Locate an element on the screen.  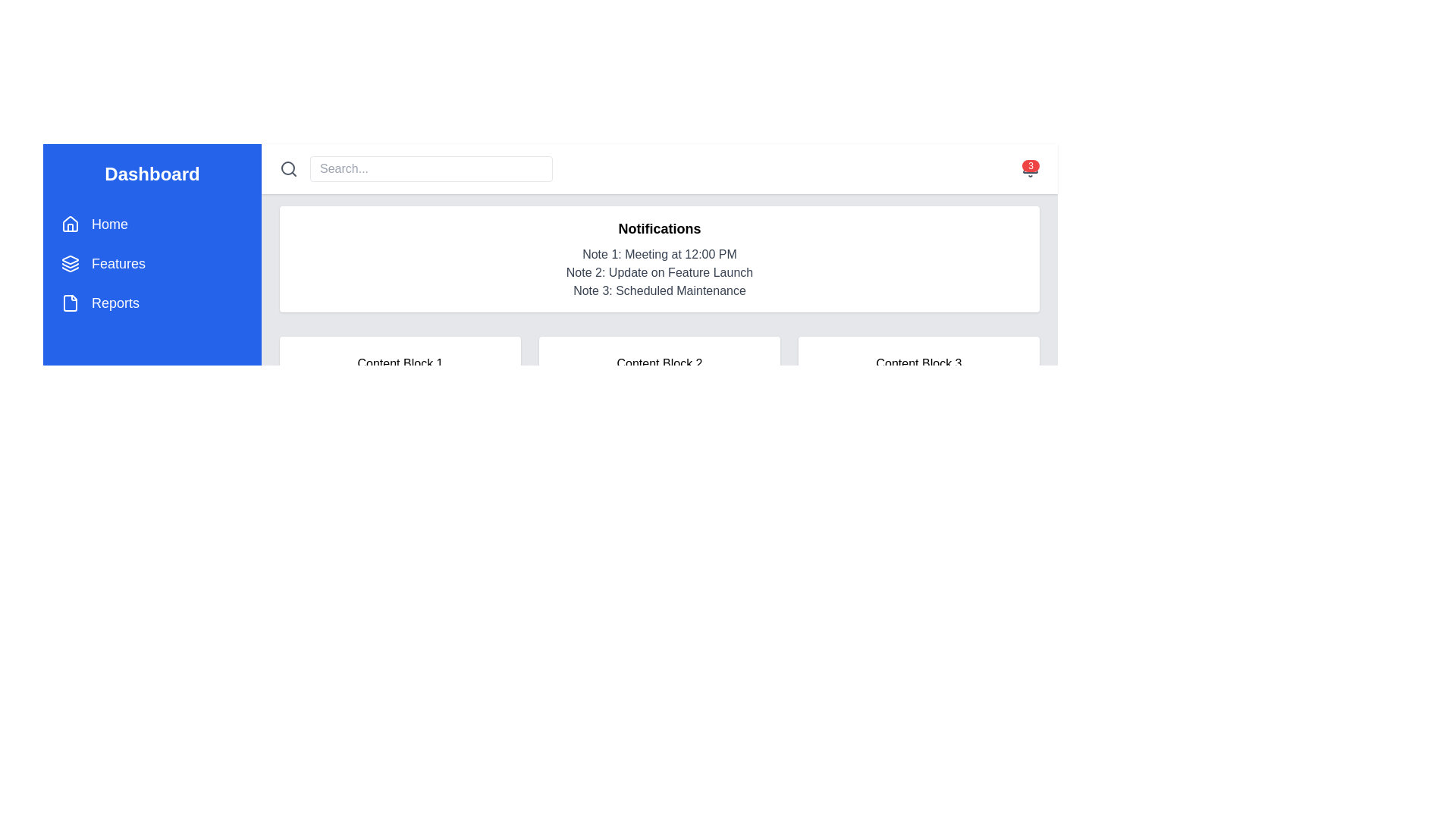
the first text label in the Notifications box that informs about the scheduled meeting is located at coordinates (659, 253).